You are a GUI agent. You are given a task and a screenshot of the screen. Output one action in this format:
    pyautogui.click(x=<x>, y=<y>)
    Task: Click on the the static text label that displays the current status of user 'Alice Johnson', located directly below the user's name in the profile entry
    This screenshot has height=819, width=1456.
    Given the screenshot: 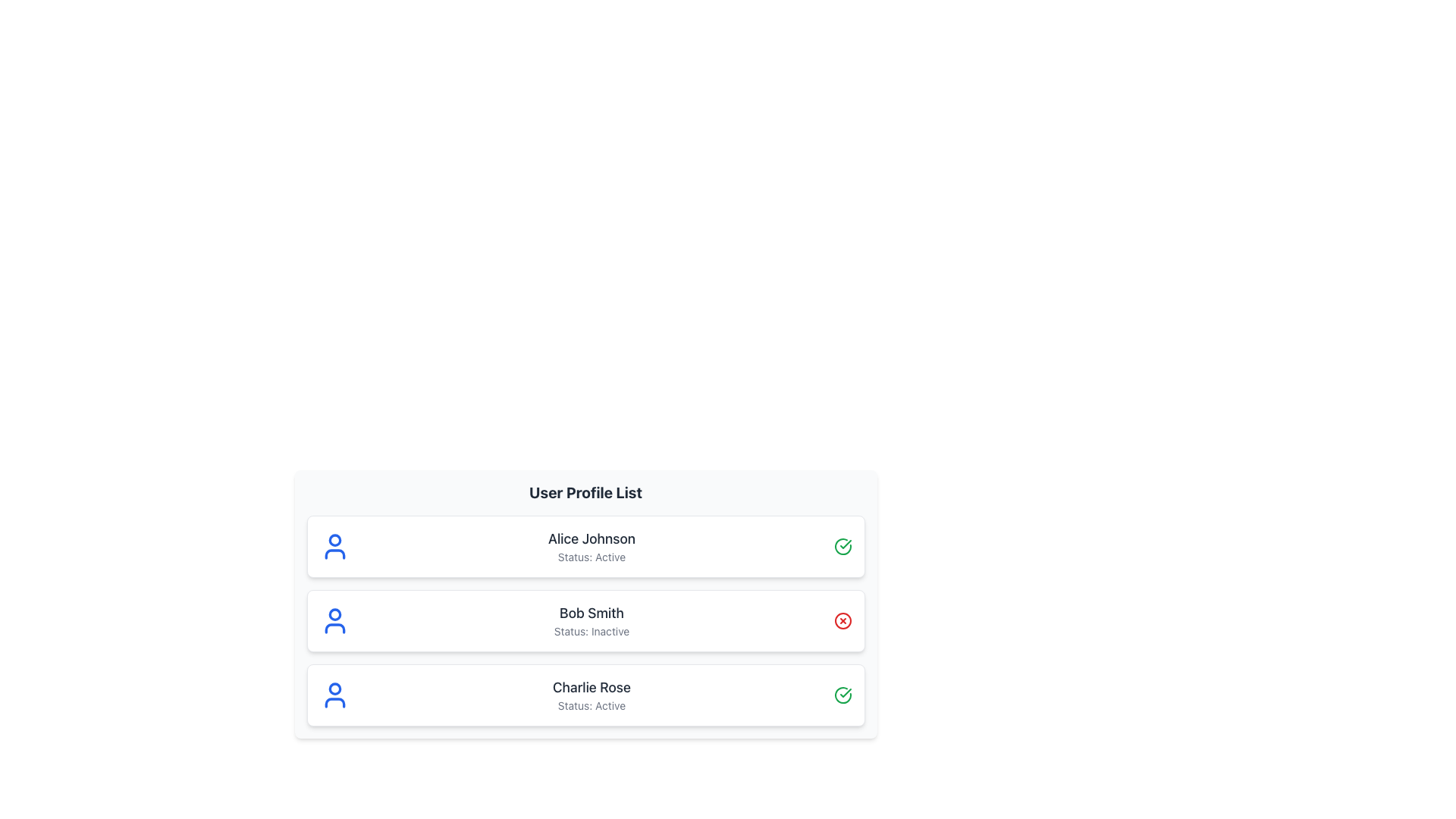 What is the action you would take?
    pyautogui.click(x=591, y=557)
    